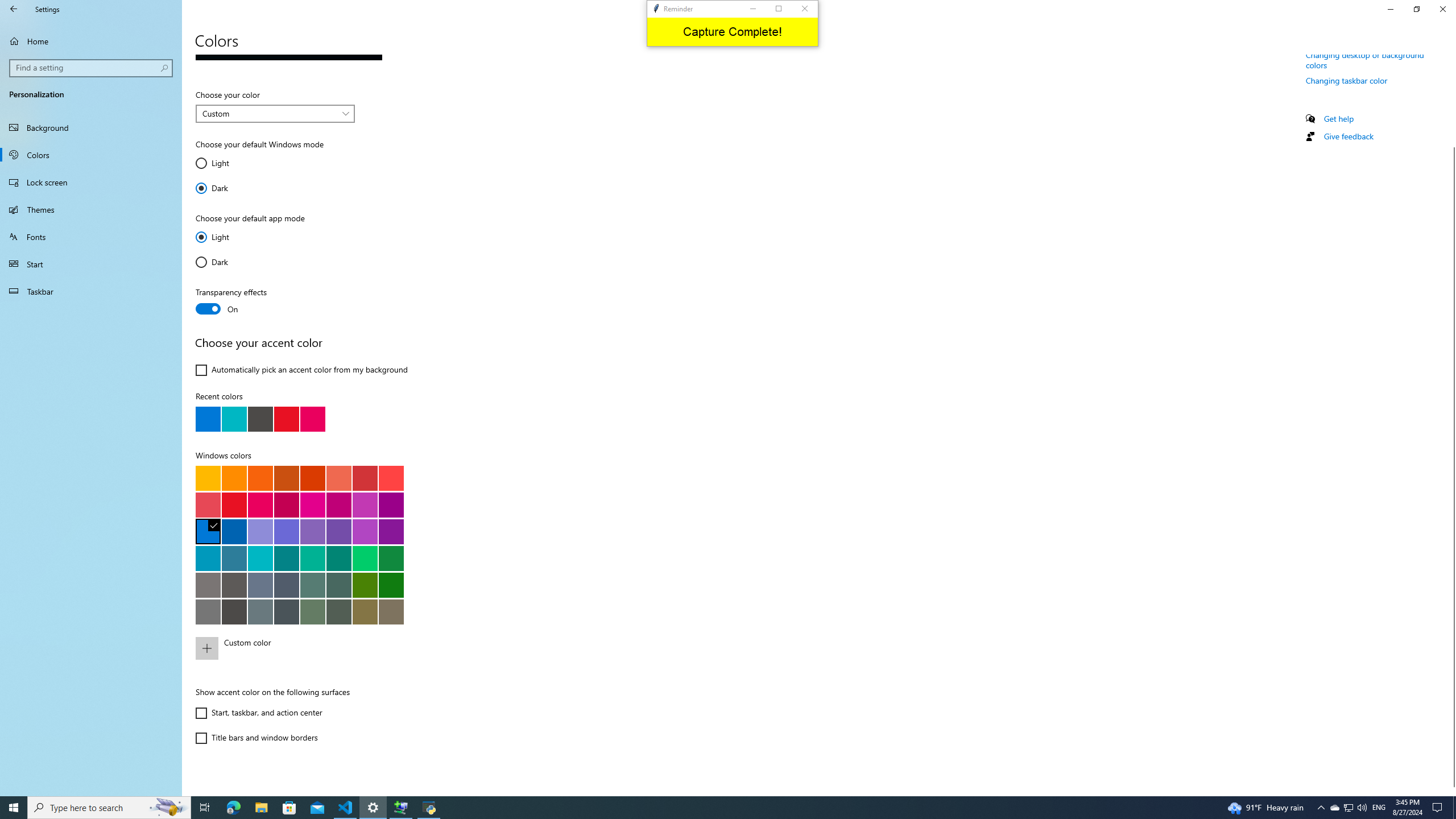  I want to click on 'Transparency effects', so click(237, 302).